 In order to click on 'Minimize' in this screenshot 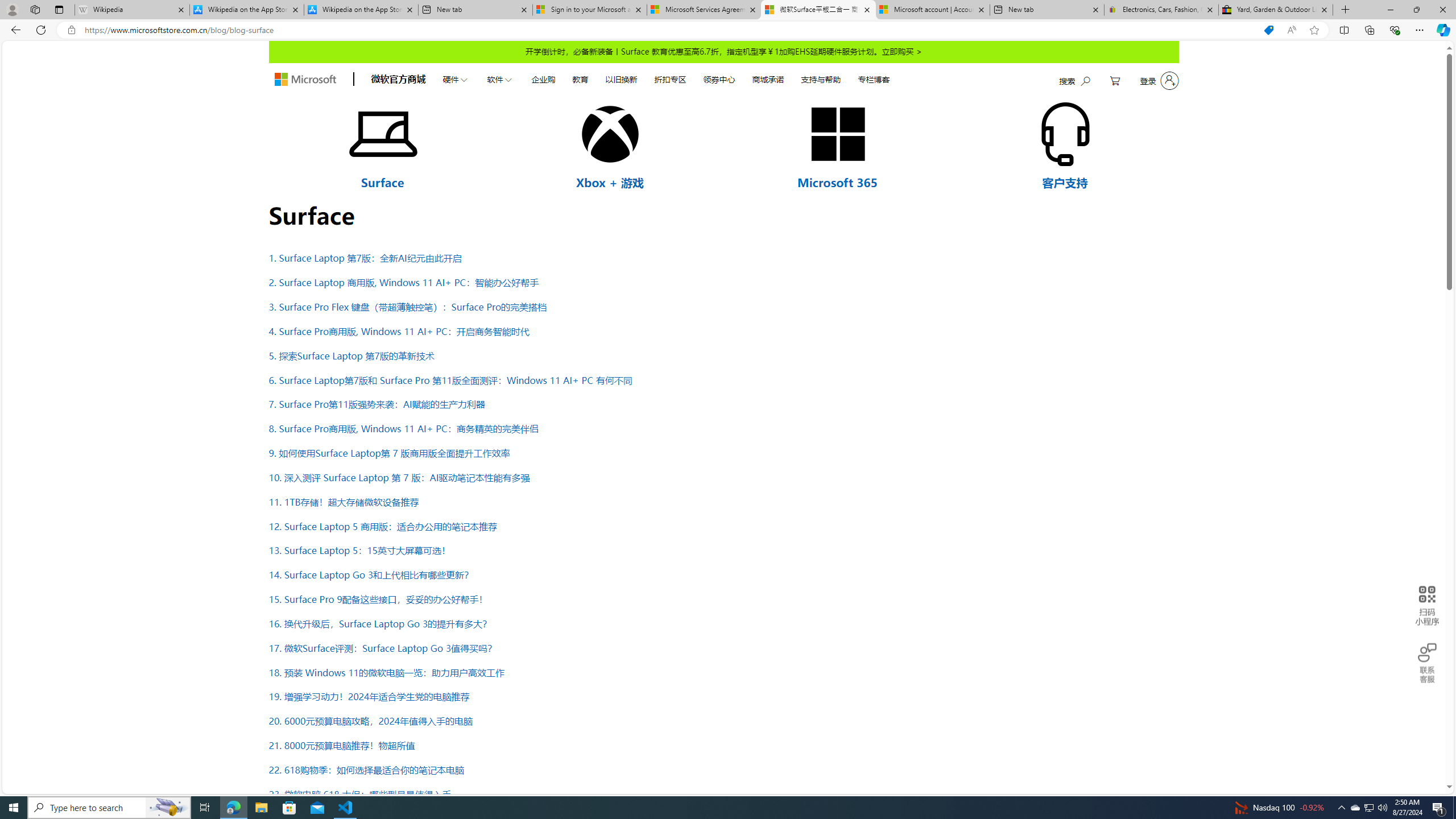, I will do `click(1389, 9)`.